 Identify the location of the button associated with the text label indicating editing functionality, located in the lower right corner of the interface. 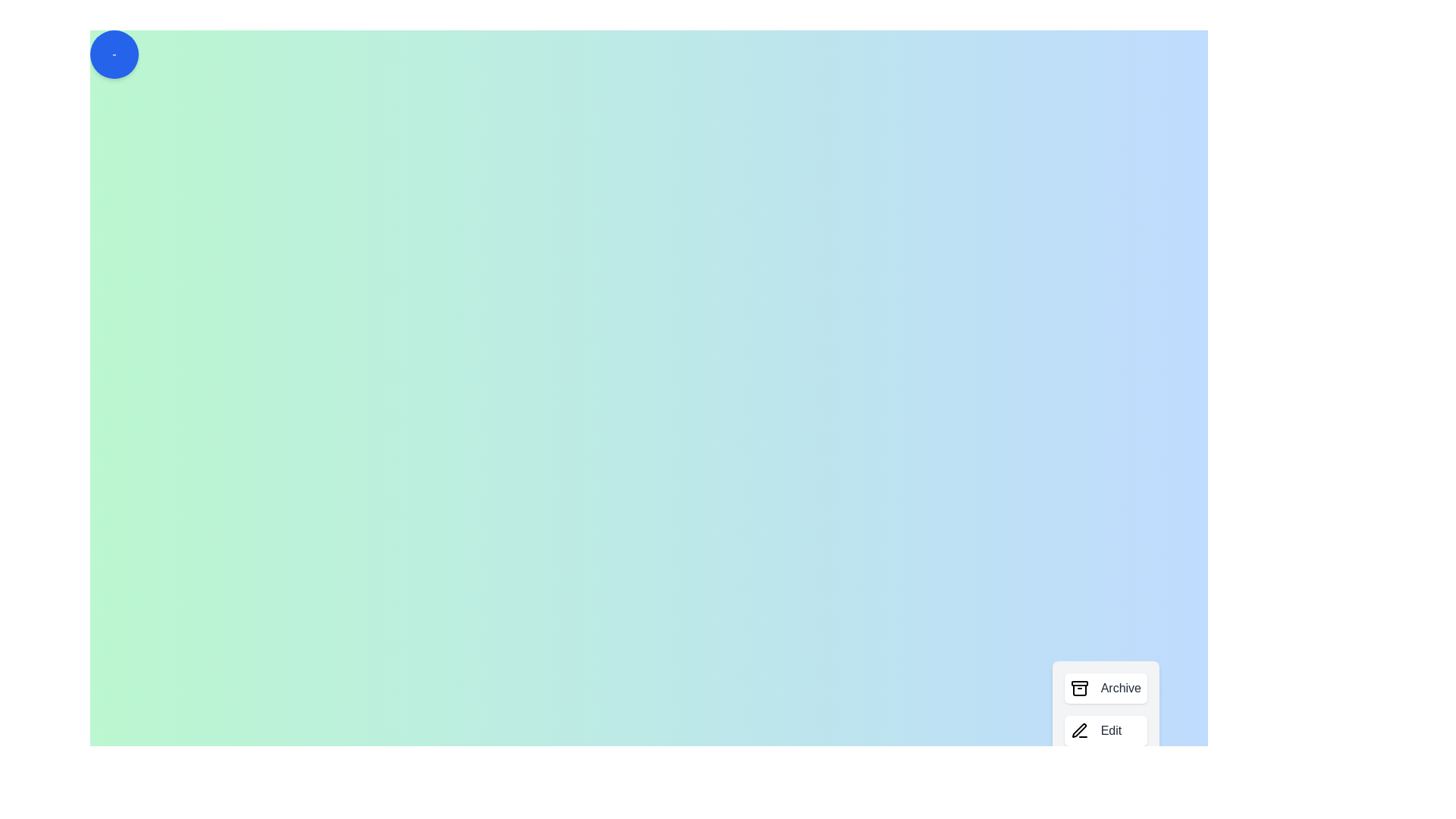
(1110, 730).